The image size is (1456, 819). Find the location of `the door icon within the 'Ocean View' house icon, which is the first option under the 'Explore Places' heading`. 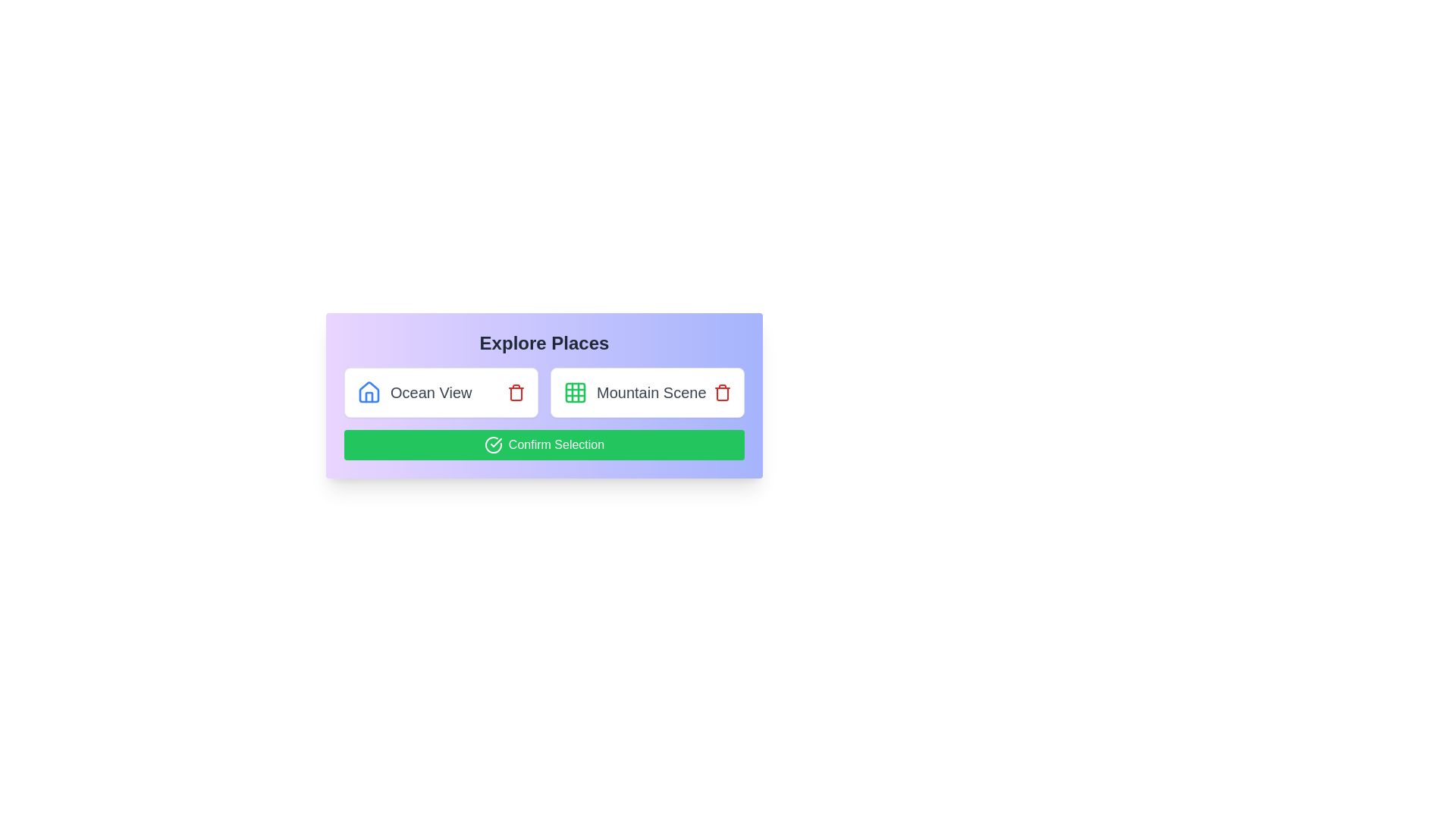

the door icon within the 'Ocean View' house icon, which is the first option under the 'Explore Places' heading is located at coordinates (369, 397).